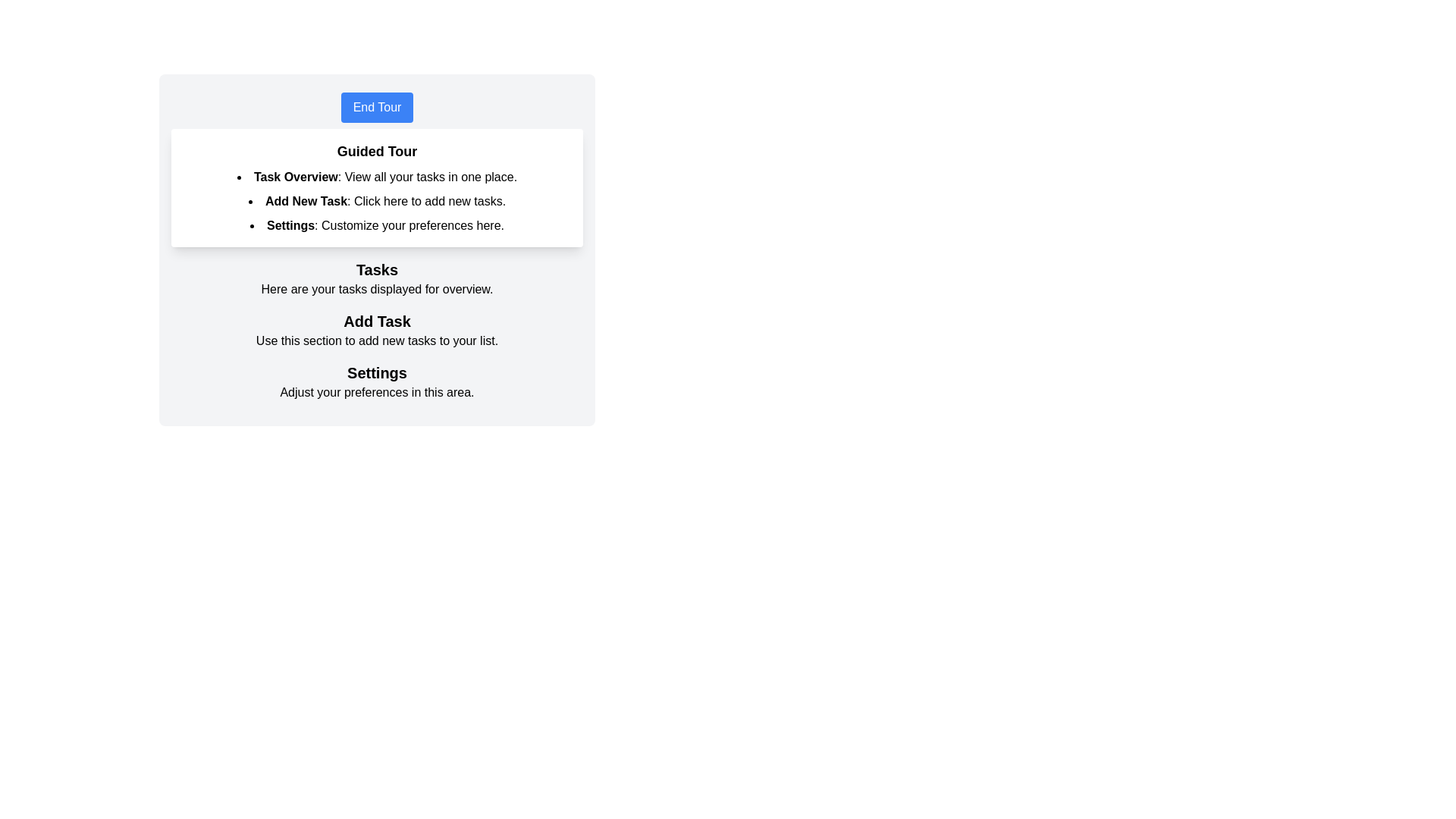 This screenshot has width=1456, height=819. What do you see at coordinates (377, 381) in the screenshot?
I see `the static text section labeled 'Settings' that provides informative content about adjusting preferences` at bounding box center [377, 381].